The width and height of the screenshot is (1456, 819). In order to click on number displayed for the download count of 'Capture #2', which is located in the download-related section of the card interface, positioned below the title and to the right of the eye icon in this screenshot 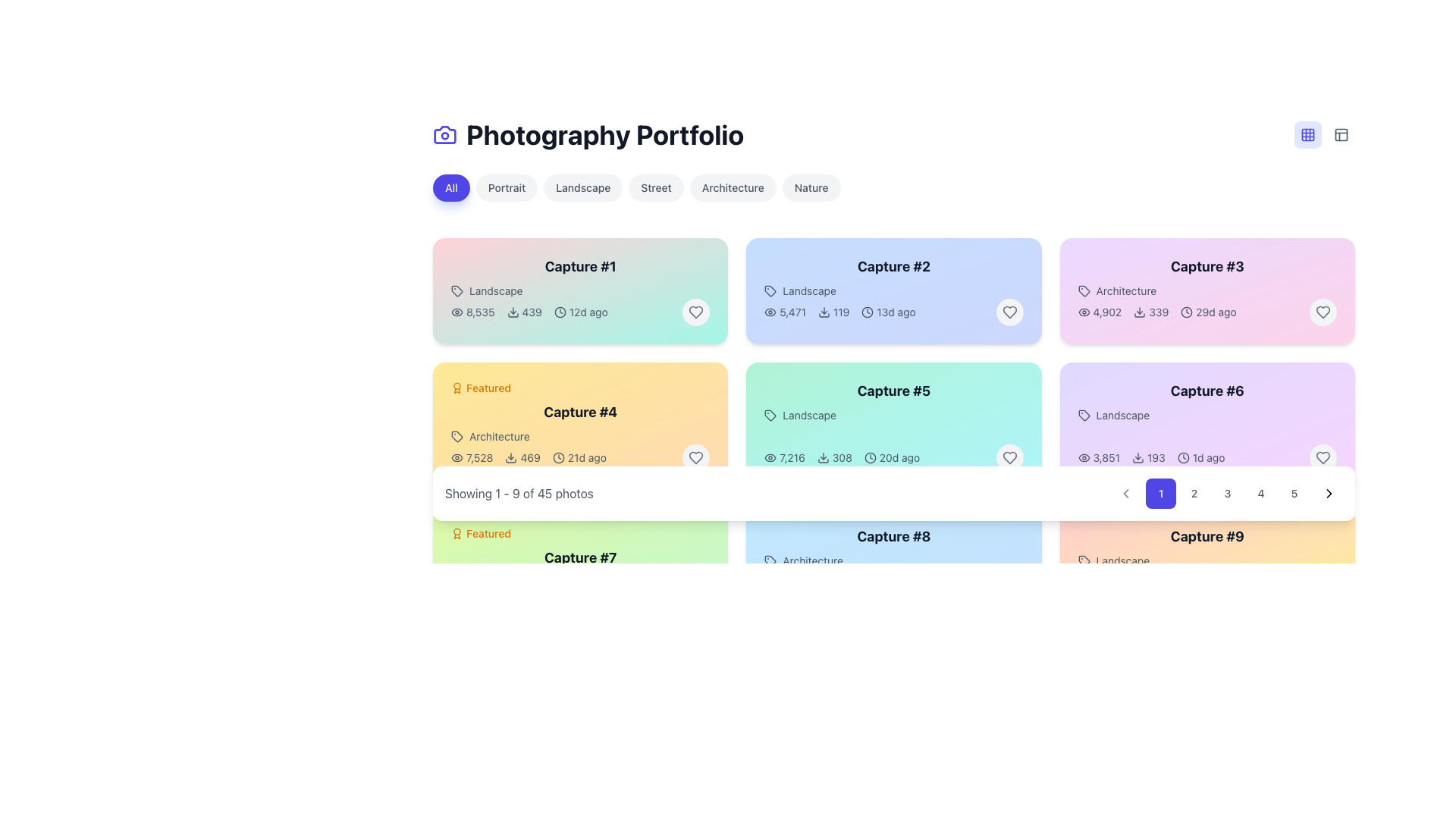, I will do `click(833, 312)`.